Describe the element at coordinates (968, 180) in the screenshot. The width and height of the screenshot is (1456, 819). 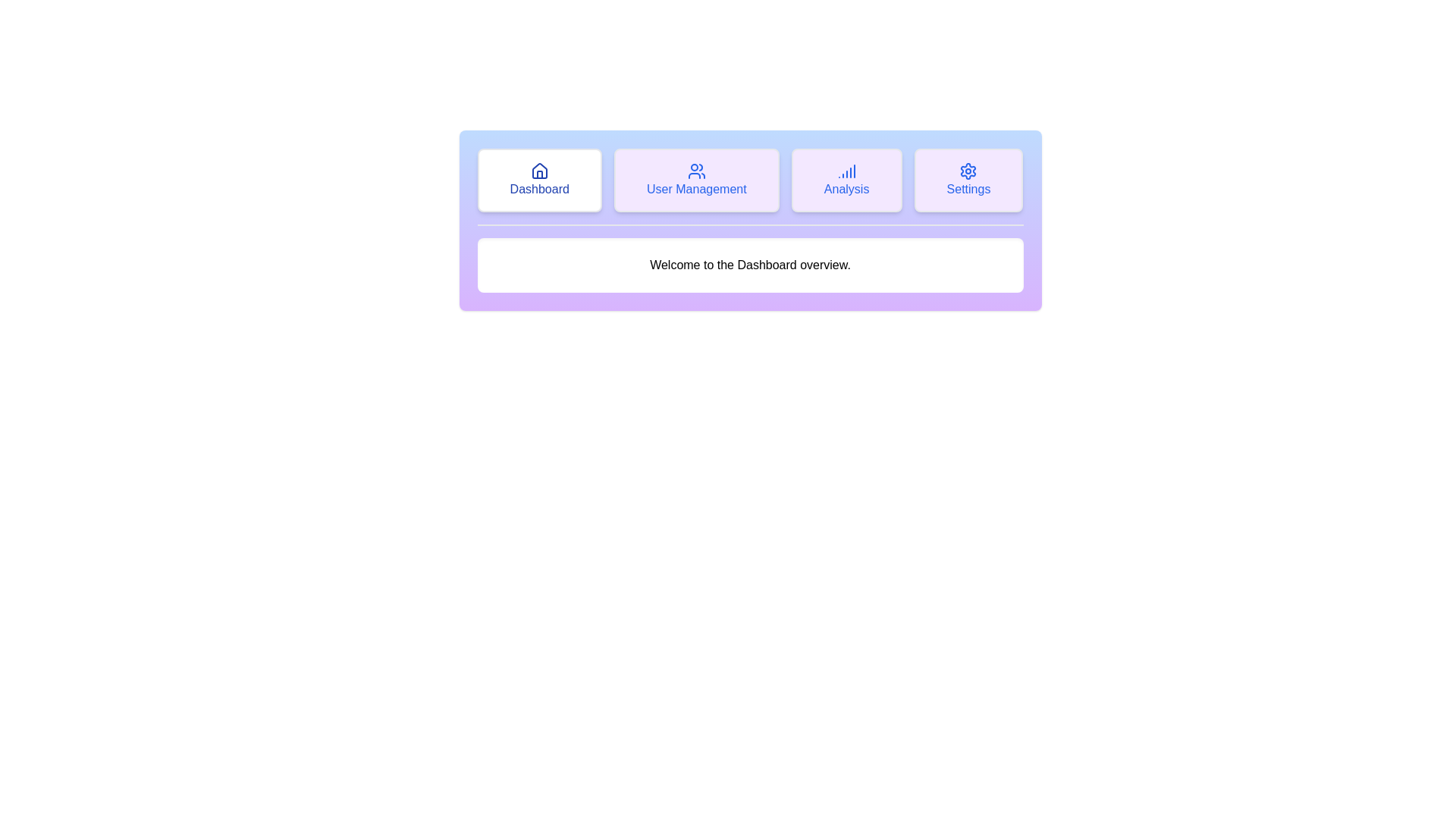
I see `the settings button card with a light purple background and a blue gear icon, located at the top right corner of the feature cards, to trigger the visual effect` at that location.